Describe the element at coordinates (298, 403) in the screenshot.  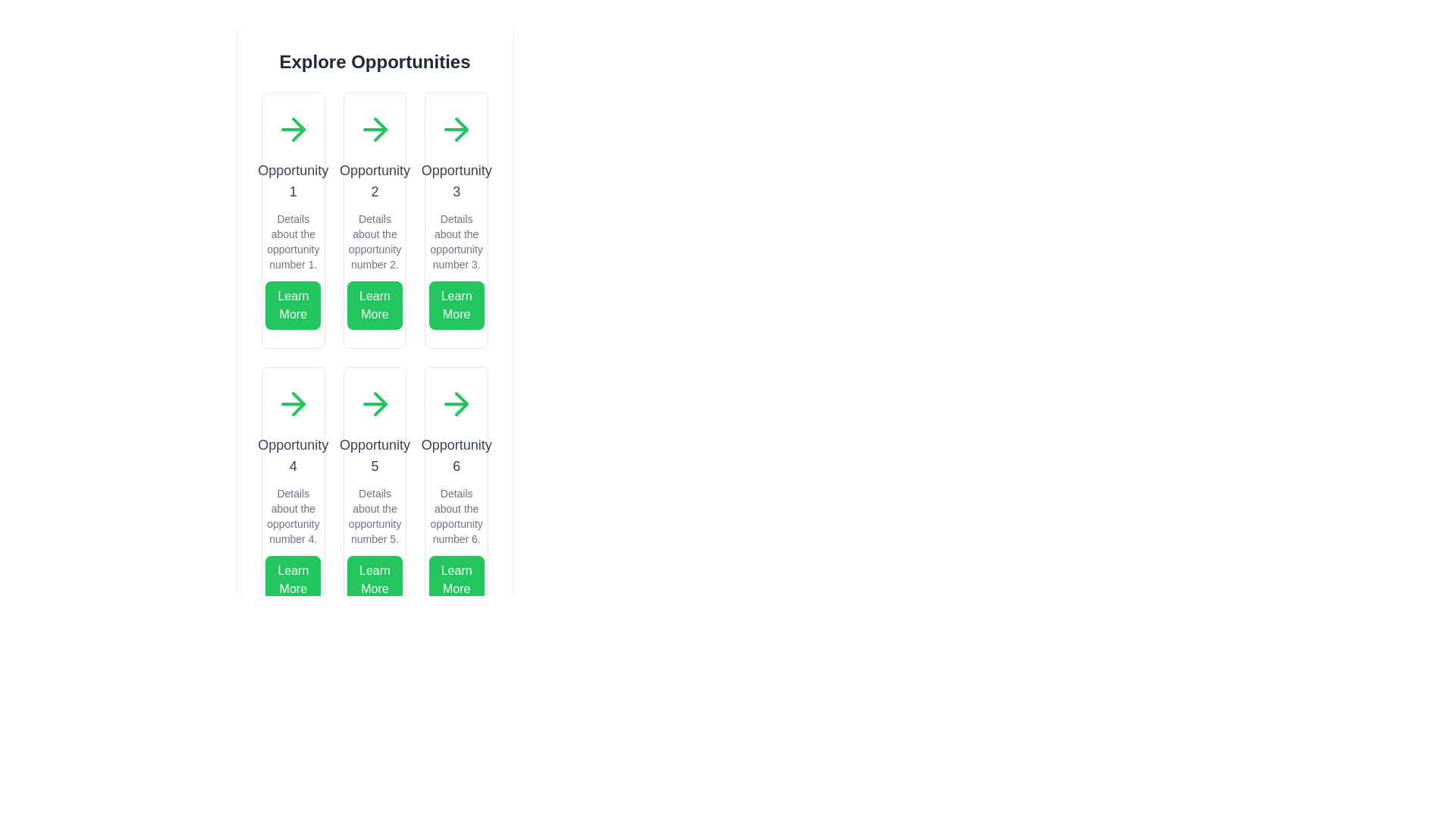
I see `the right-pointing arrow icon located in the second row, first column of the icon layout` at that location.